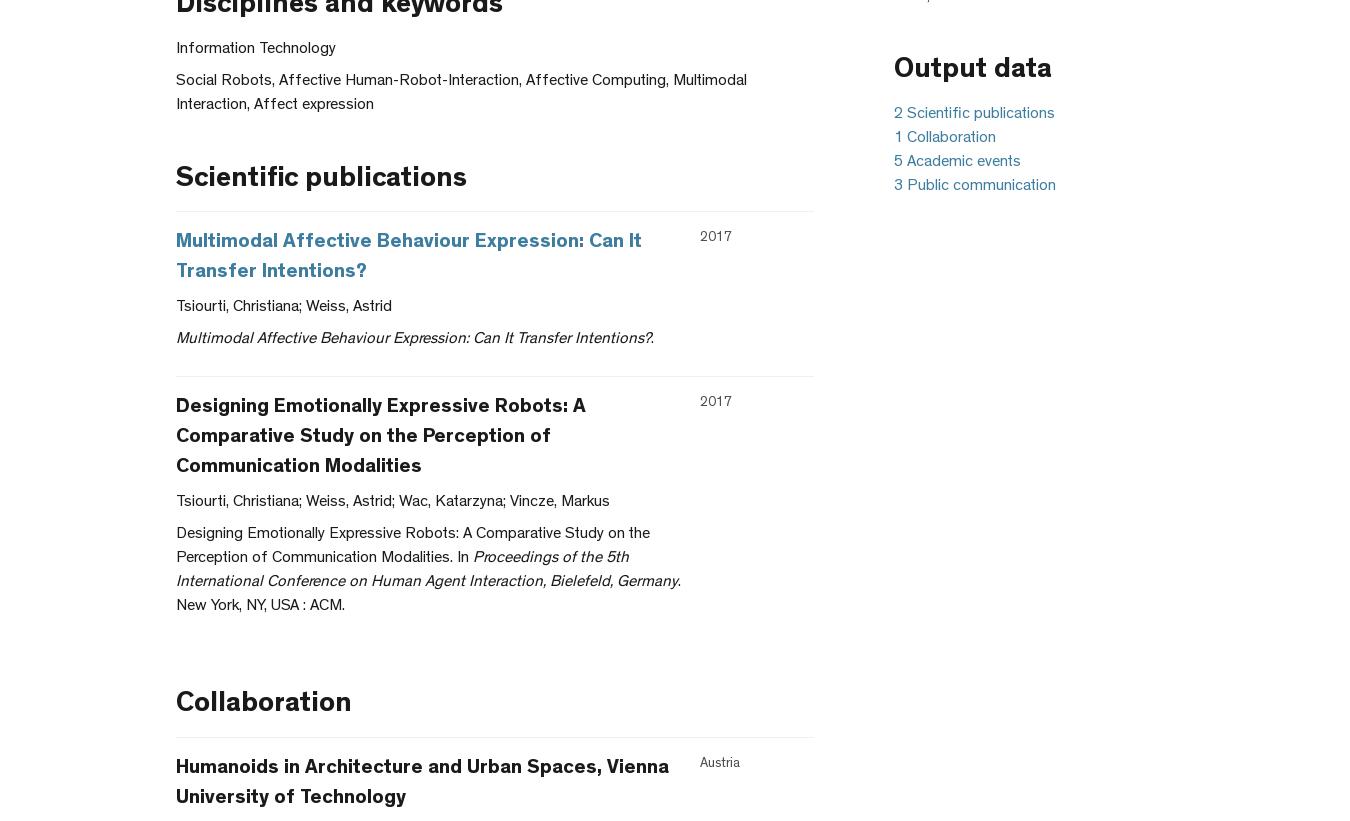 The width and height of the screenshot is (1350, 821). Describe the element at coordinates (320, 179) in the screenshot. I see `'Scientific publications'` at that location.